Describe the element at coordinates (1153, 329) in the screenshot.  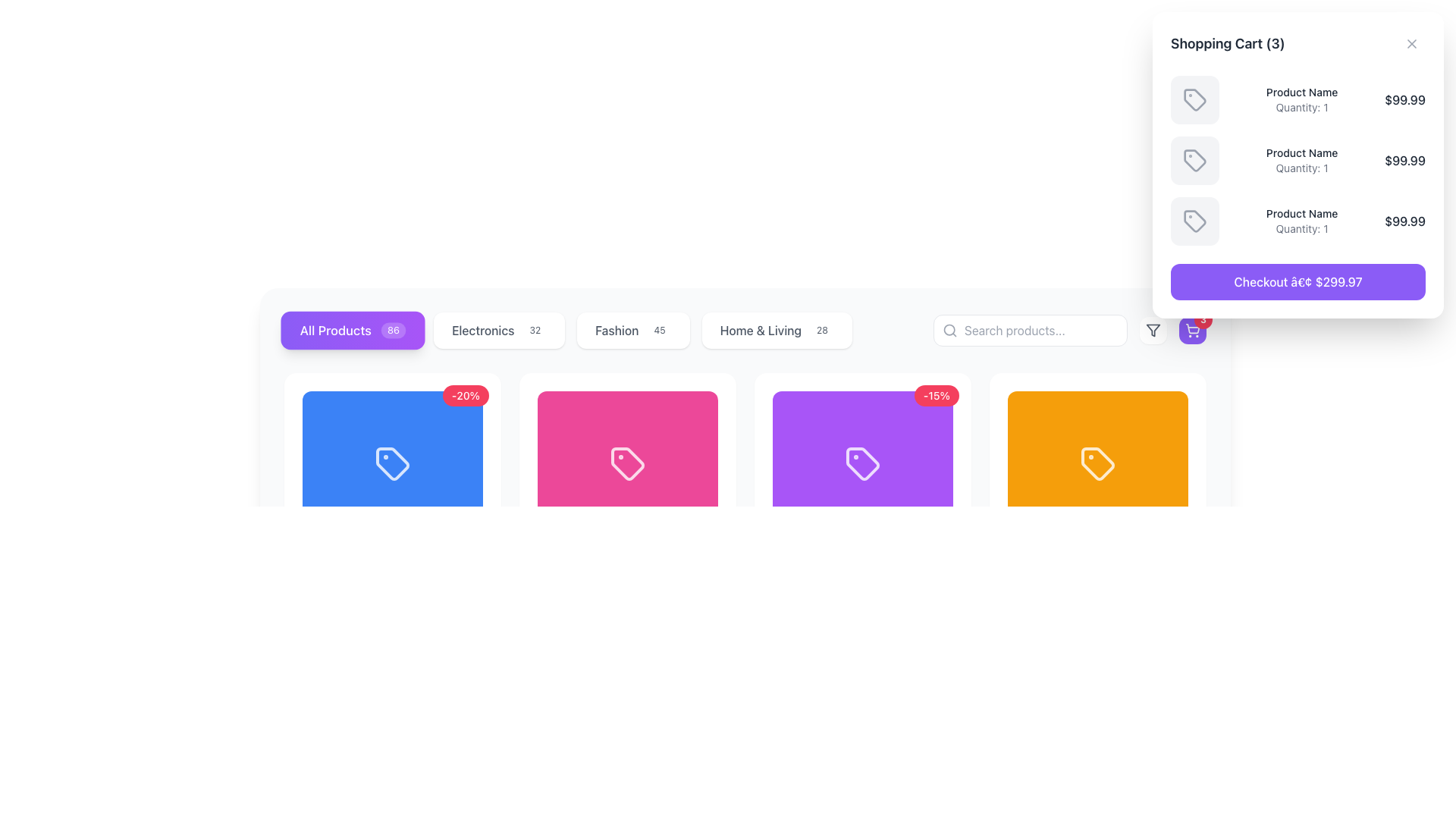
I see `the filter icon located at the top-right corner of the interface, which is centrally positioned within a rounded button with a white background` at that location.